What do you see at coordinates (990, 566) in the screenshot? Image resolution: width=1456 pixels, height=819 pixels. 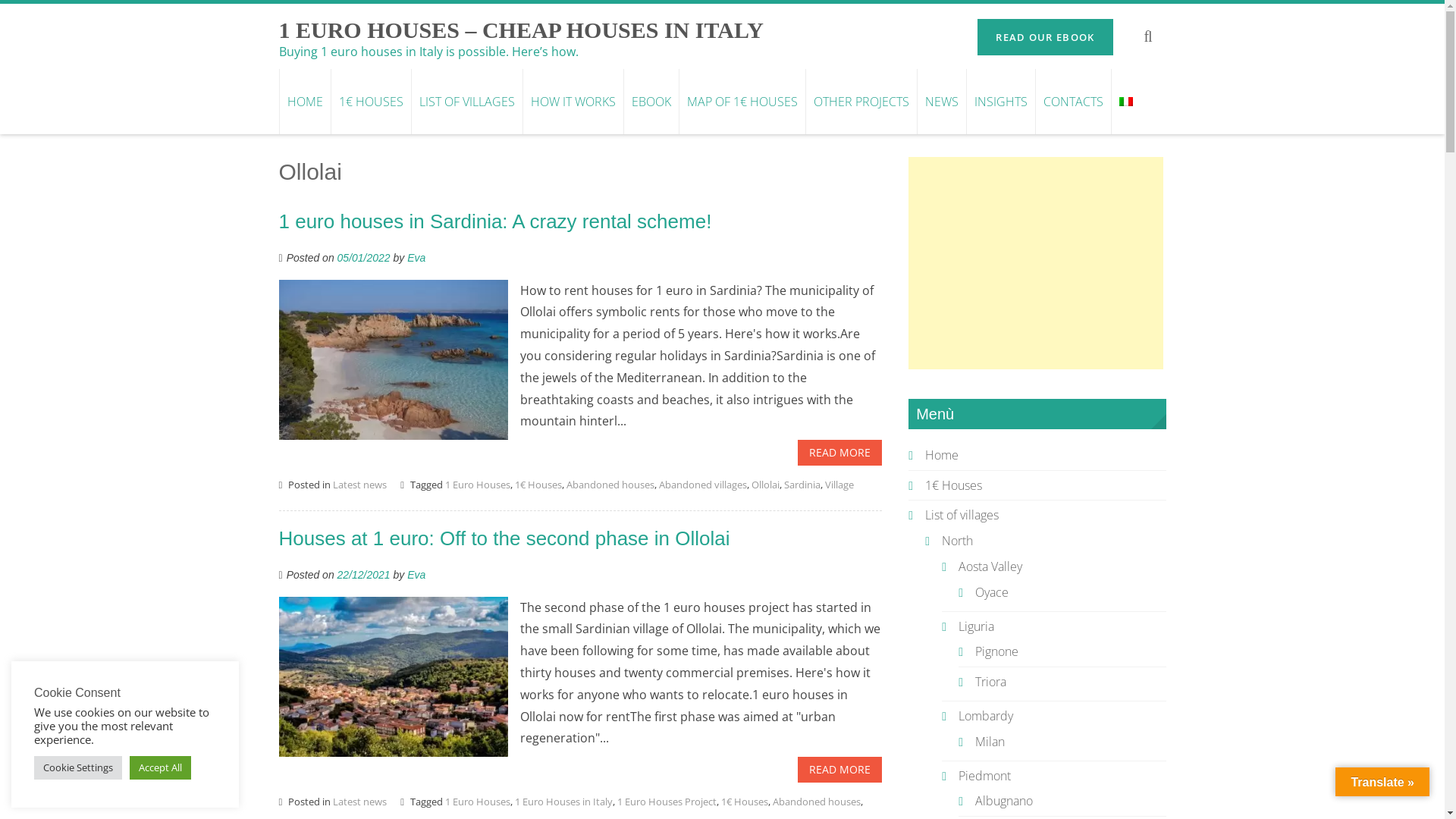 I see `'Aosta Valley'` at bounding box center [990, 566].